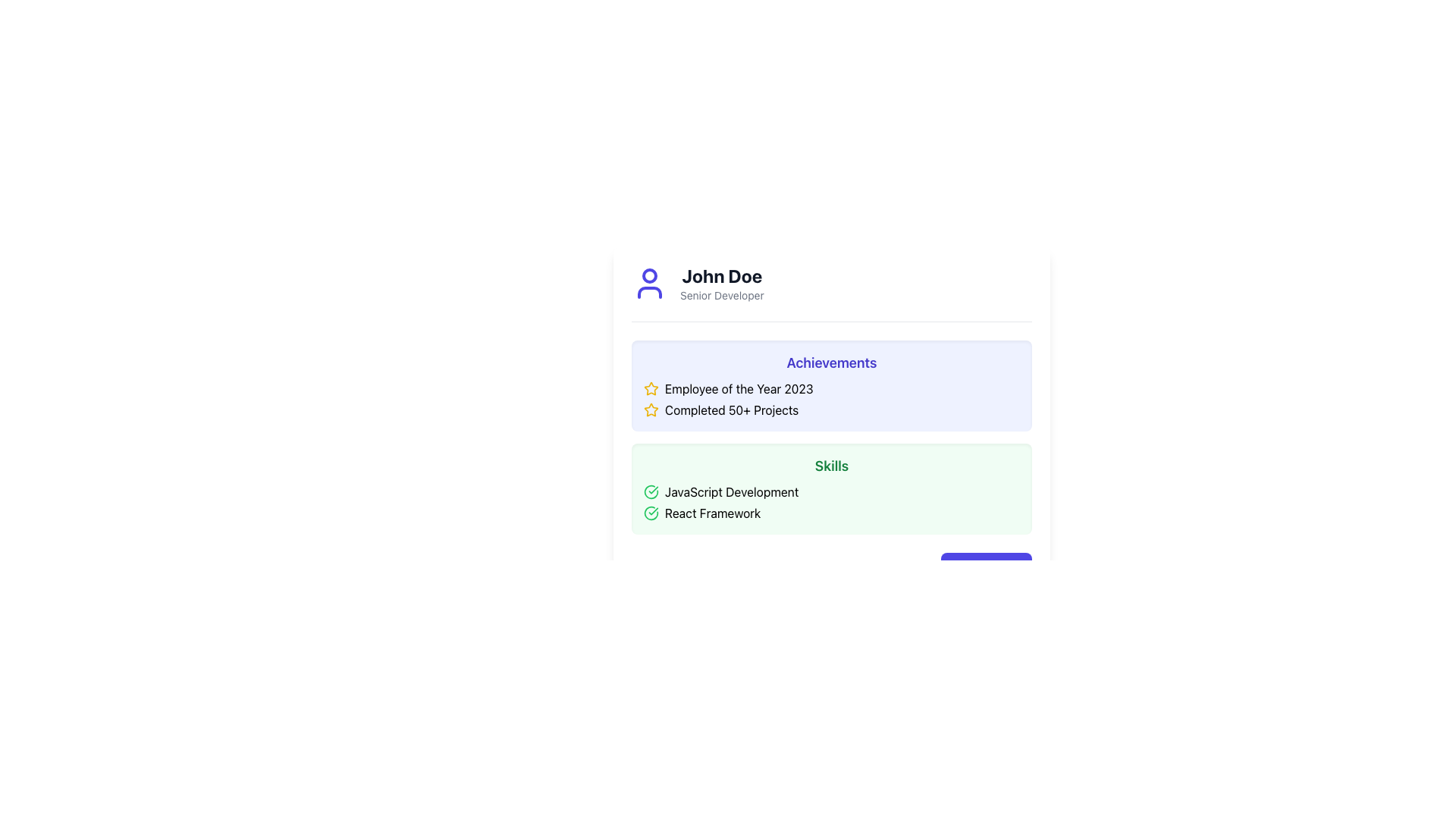  Describe the element at coordinates (651, 513) in the screenshot. I see `the verified status indicator icon related to the 'React Framework' skill located to the left of the text within the 'Skills' section` at that location.